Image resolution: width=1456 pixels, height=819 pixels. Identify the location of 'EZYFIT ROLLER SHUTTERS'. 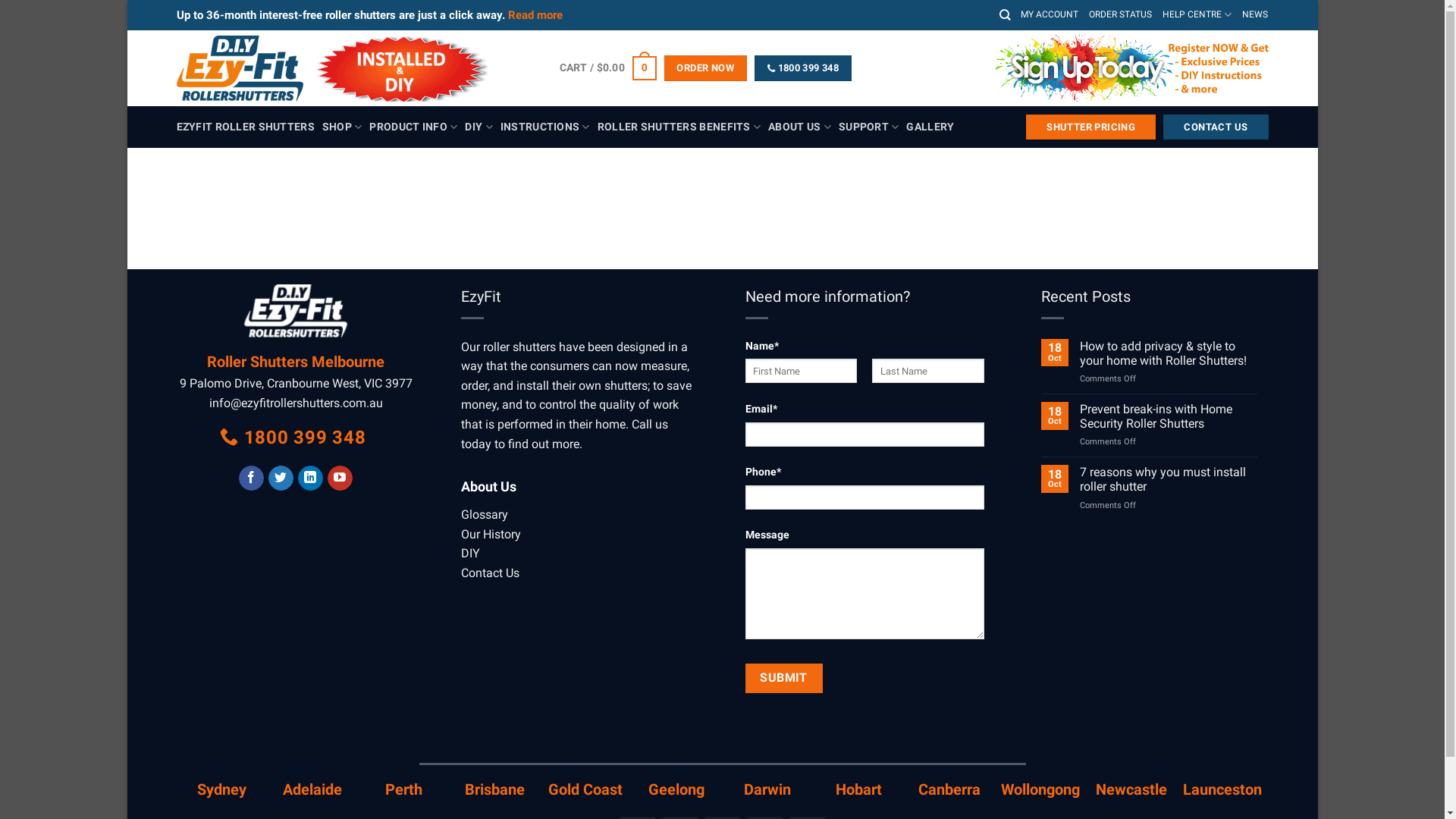
(244, 127).